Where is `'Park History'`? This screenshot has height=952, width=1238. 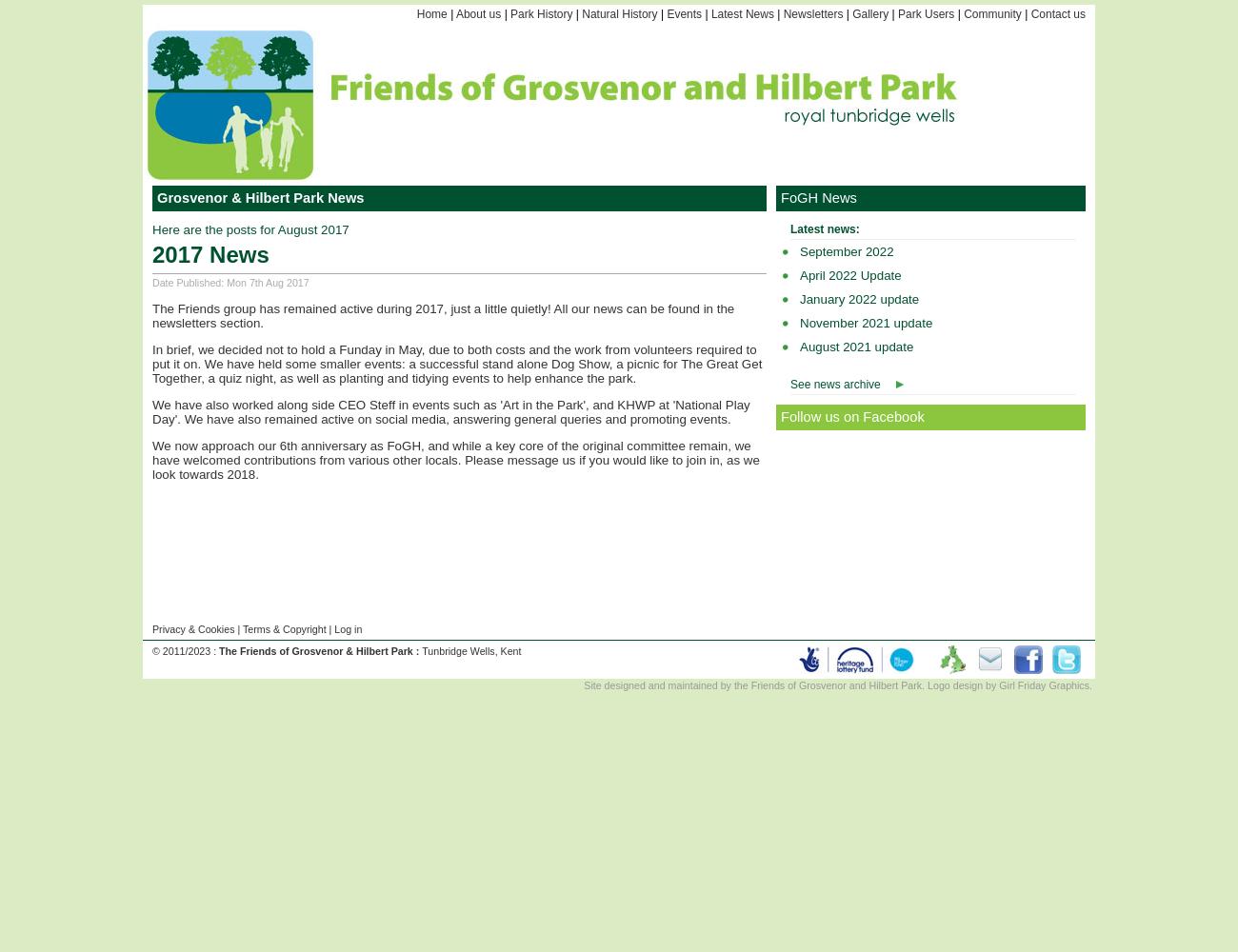
'Park History' is located at coordinates (540, 14).